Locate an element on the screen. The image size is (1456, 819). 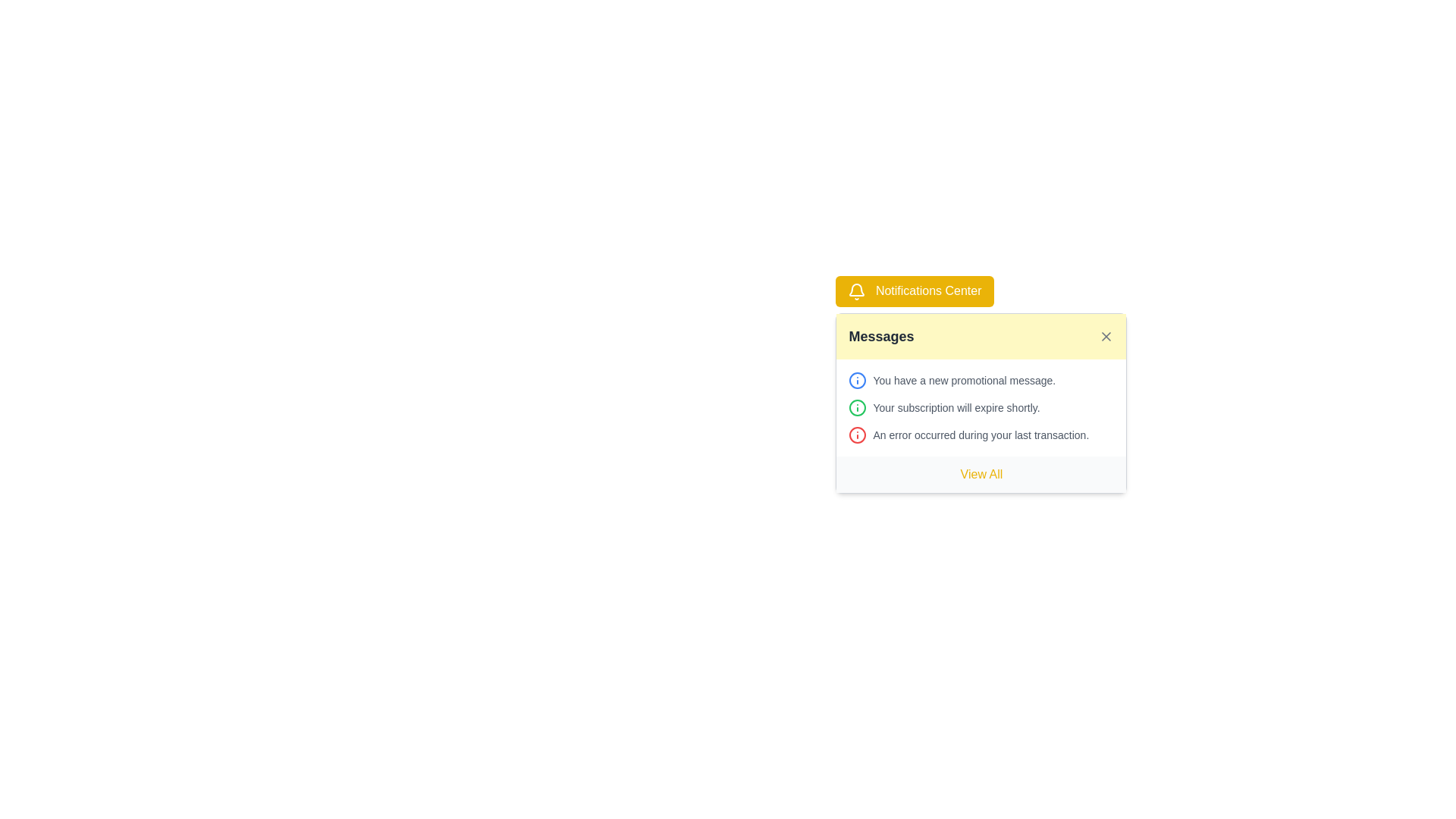
notification text from the first notification in the 'Notifications Center' card, which contains an icon and text indicating a new promotional message is located at coordinates (981, 379).